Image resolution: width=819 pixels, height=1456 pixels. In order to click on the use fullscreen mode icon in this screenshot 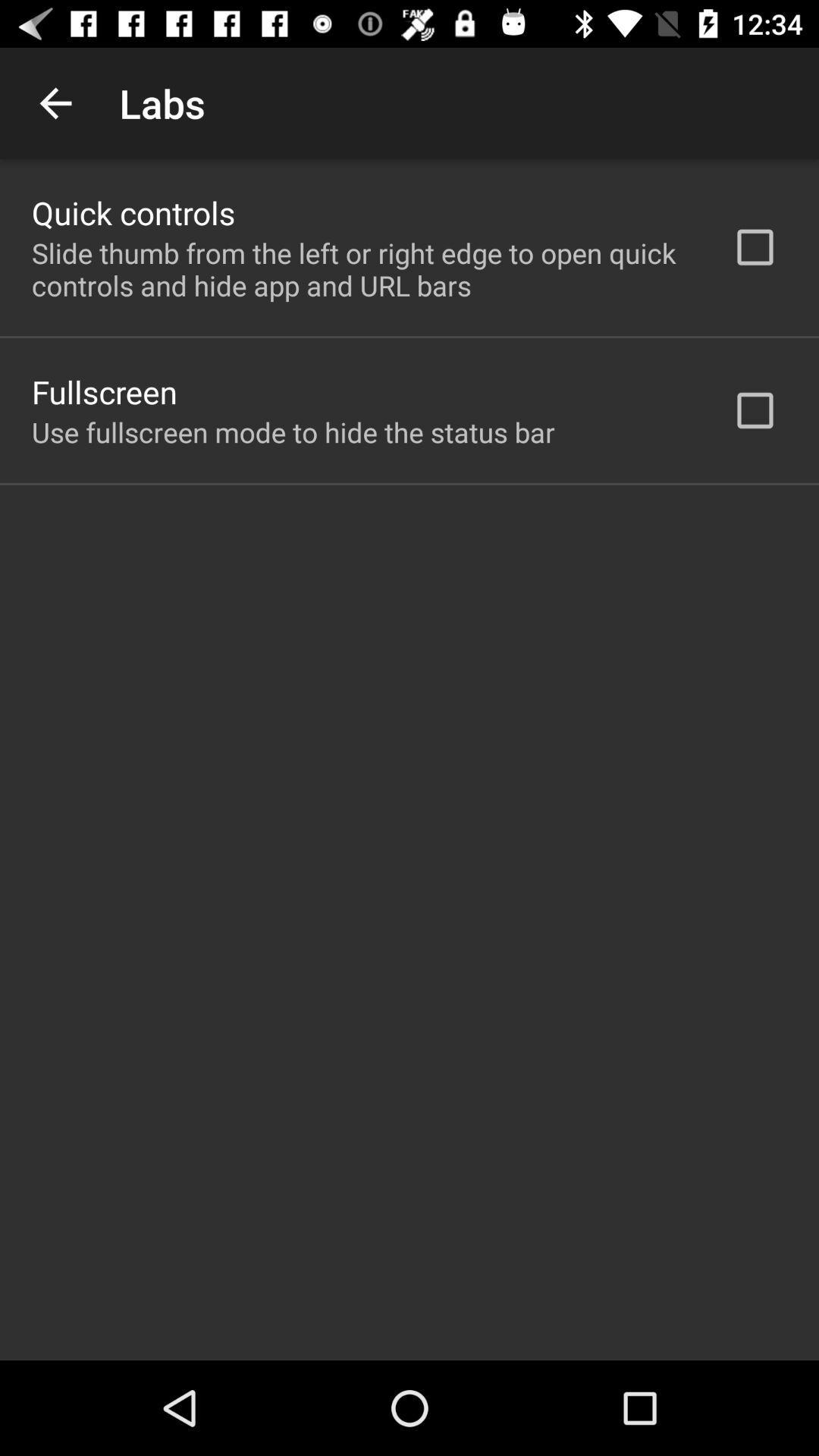, I will do `click(293, 431)`.